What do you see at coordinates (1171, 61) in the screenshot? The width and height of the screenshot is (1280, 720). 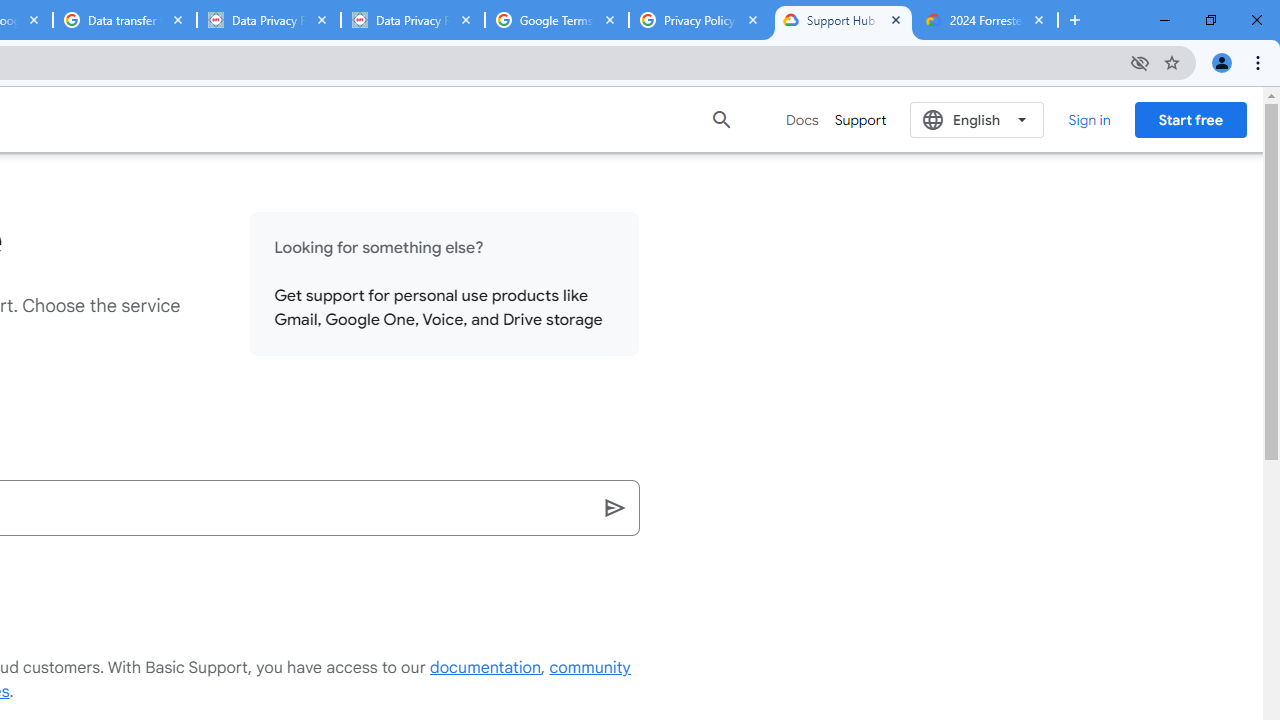 I see `'Bookmark this tab'` at bounding box center [1171, 61].